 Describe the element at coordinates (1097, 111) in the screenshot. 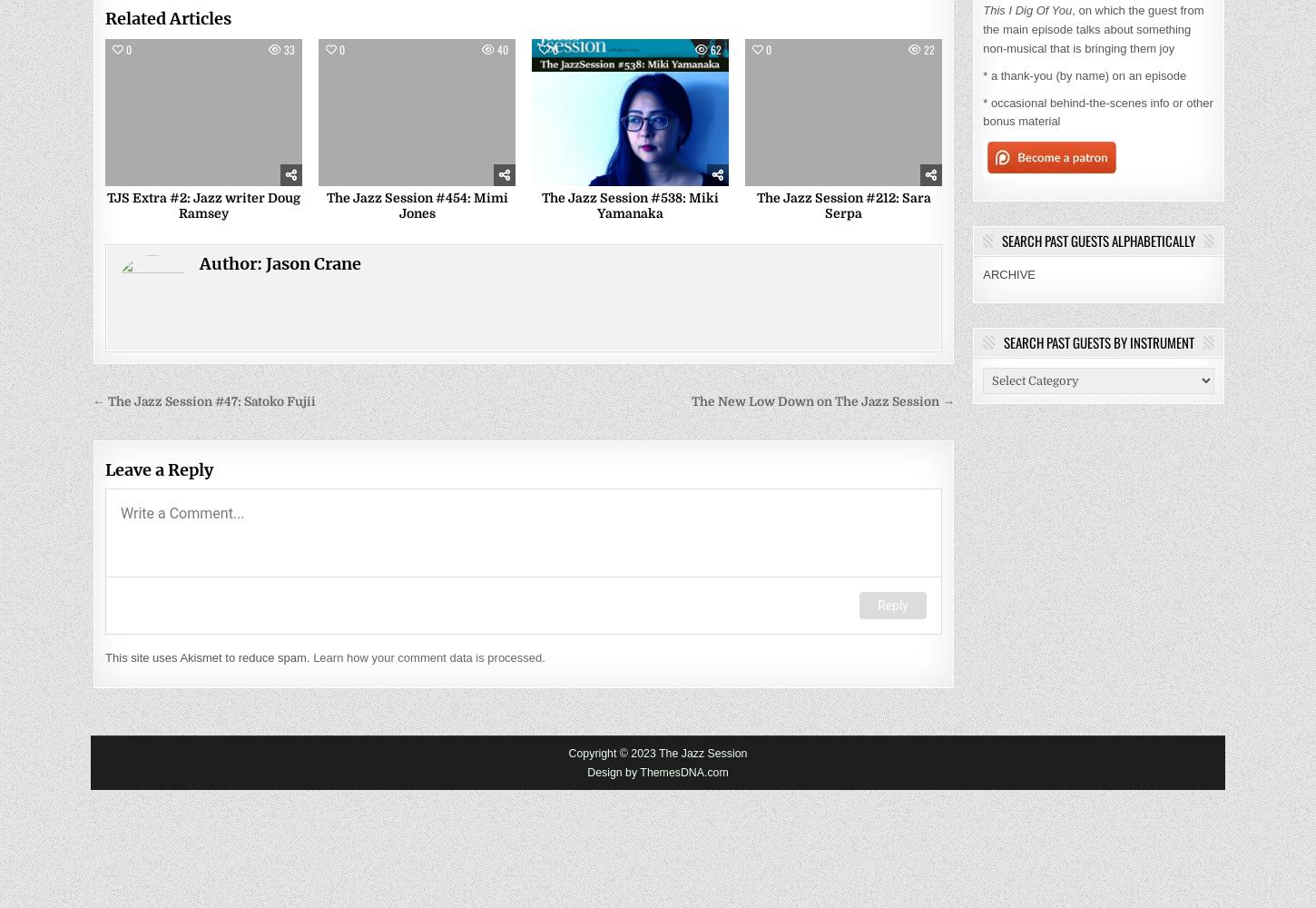

I see `'* occasional behind-the-scenes info or other bonus material'` at that location.